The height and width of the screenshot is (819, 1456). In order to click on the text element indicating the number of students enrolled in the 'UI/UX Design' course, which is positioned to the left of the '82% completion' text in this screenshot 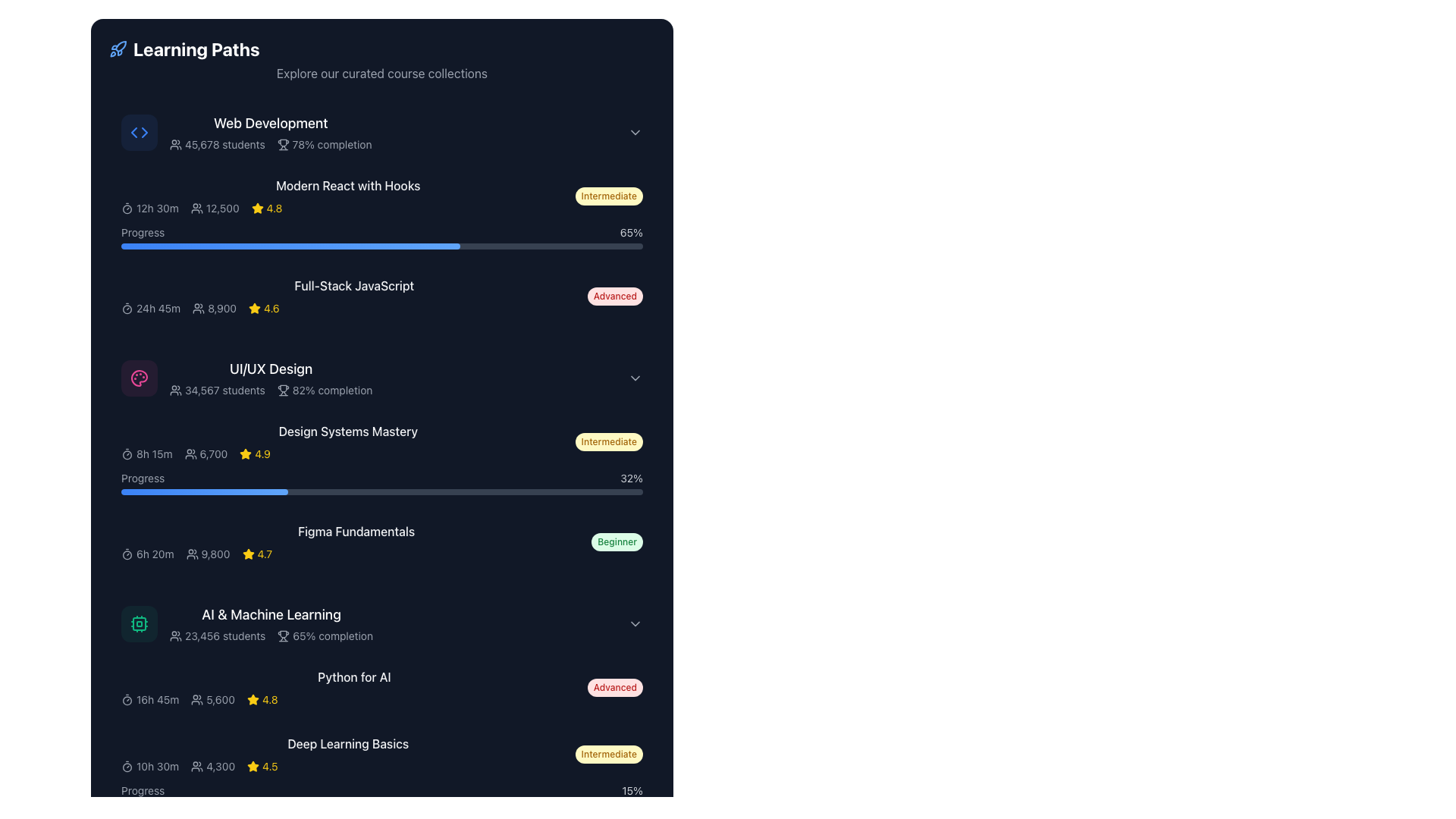, I will do `click(216, 390)`.